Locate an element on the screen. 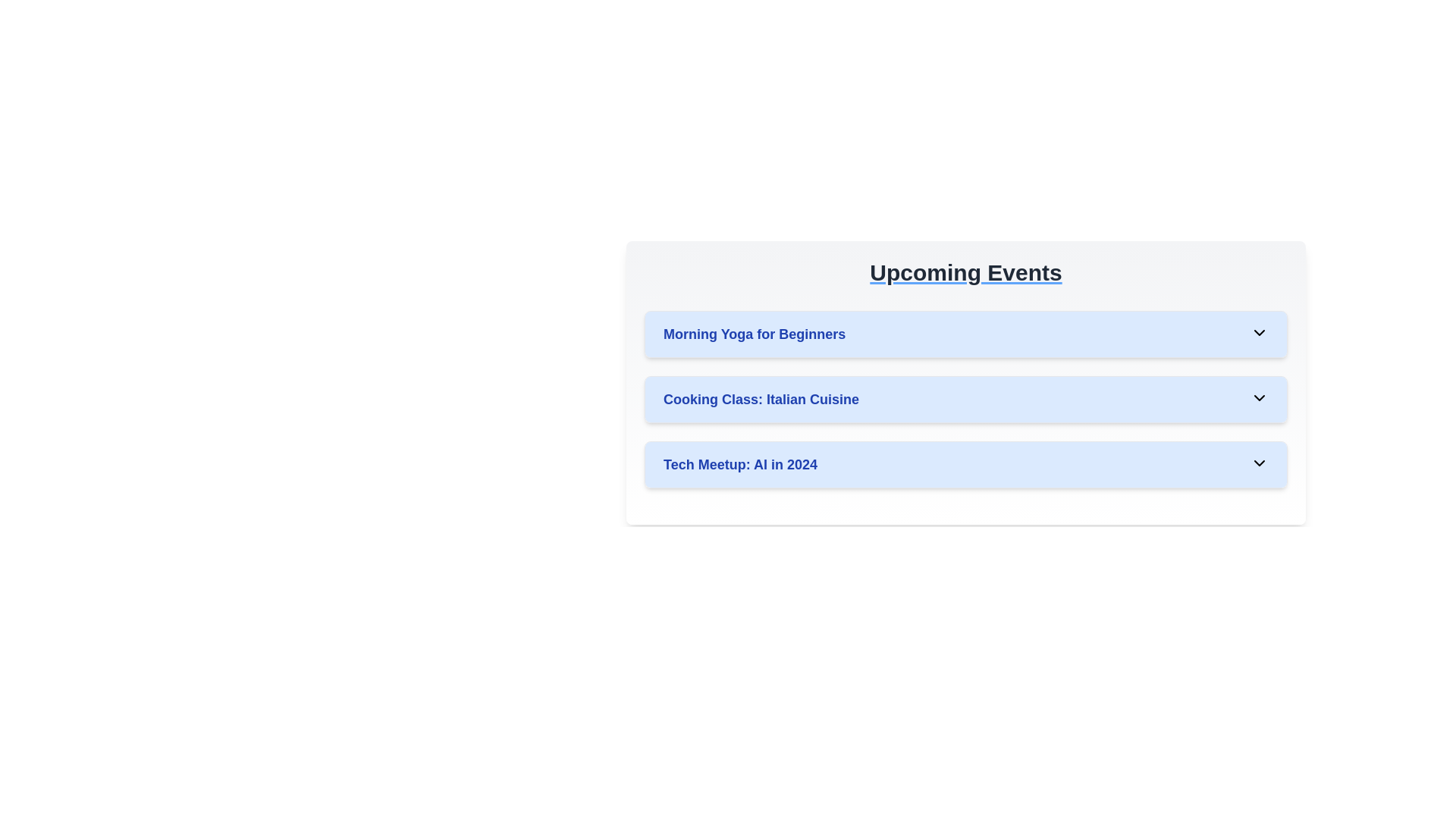  the second interactive list item labeled 'Cooking Class: Italian Cuisine' is located at coordinates (965, 382).